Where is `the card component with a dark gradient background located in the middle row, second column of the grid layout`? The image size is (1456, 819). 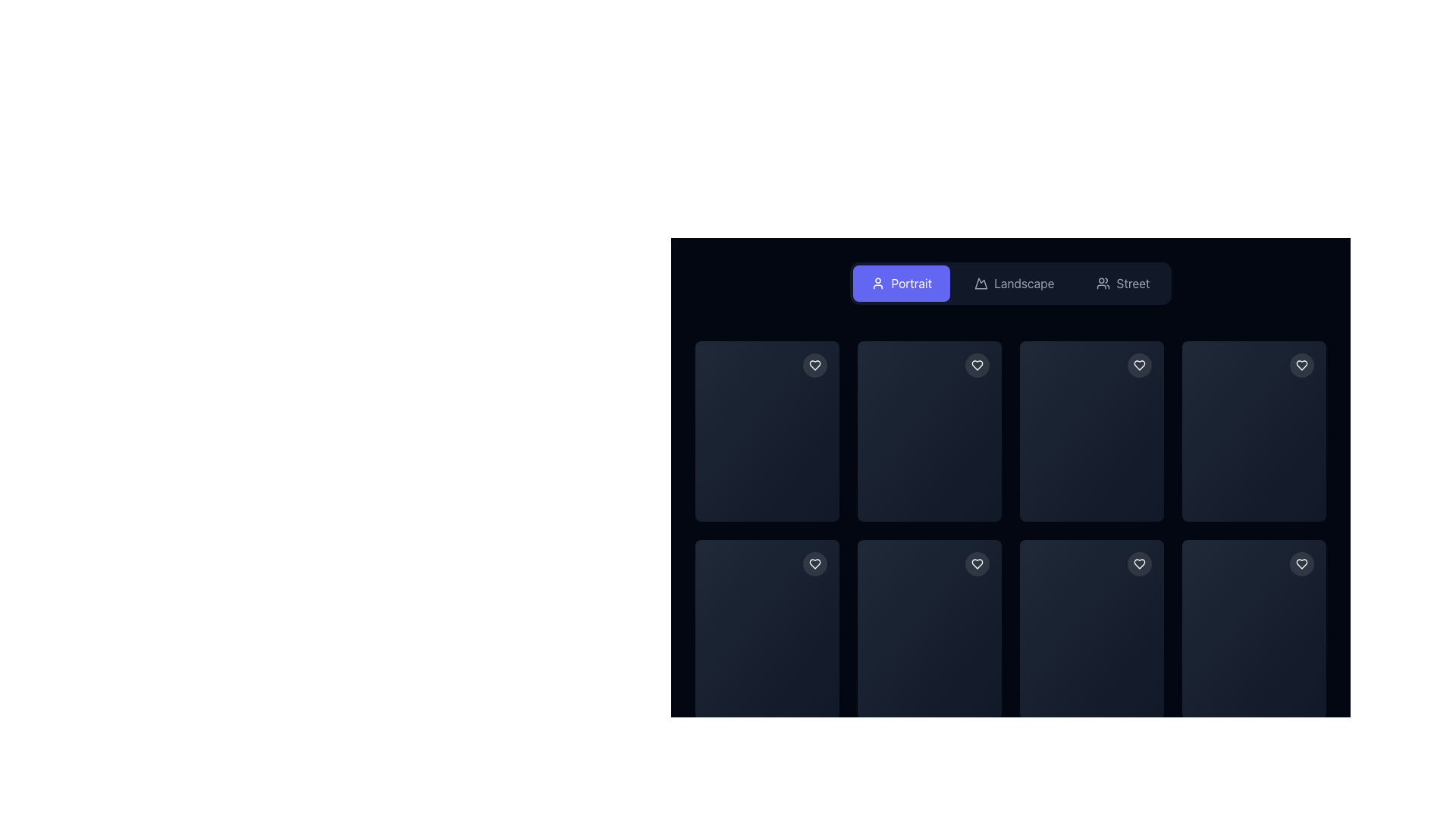 the card component with a dark gradient background located in the middle row, second column of the grid layout is located at coordinates (928, 486).